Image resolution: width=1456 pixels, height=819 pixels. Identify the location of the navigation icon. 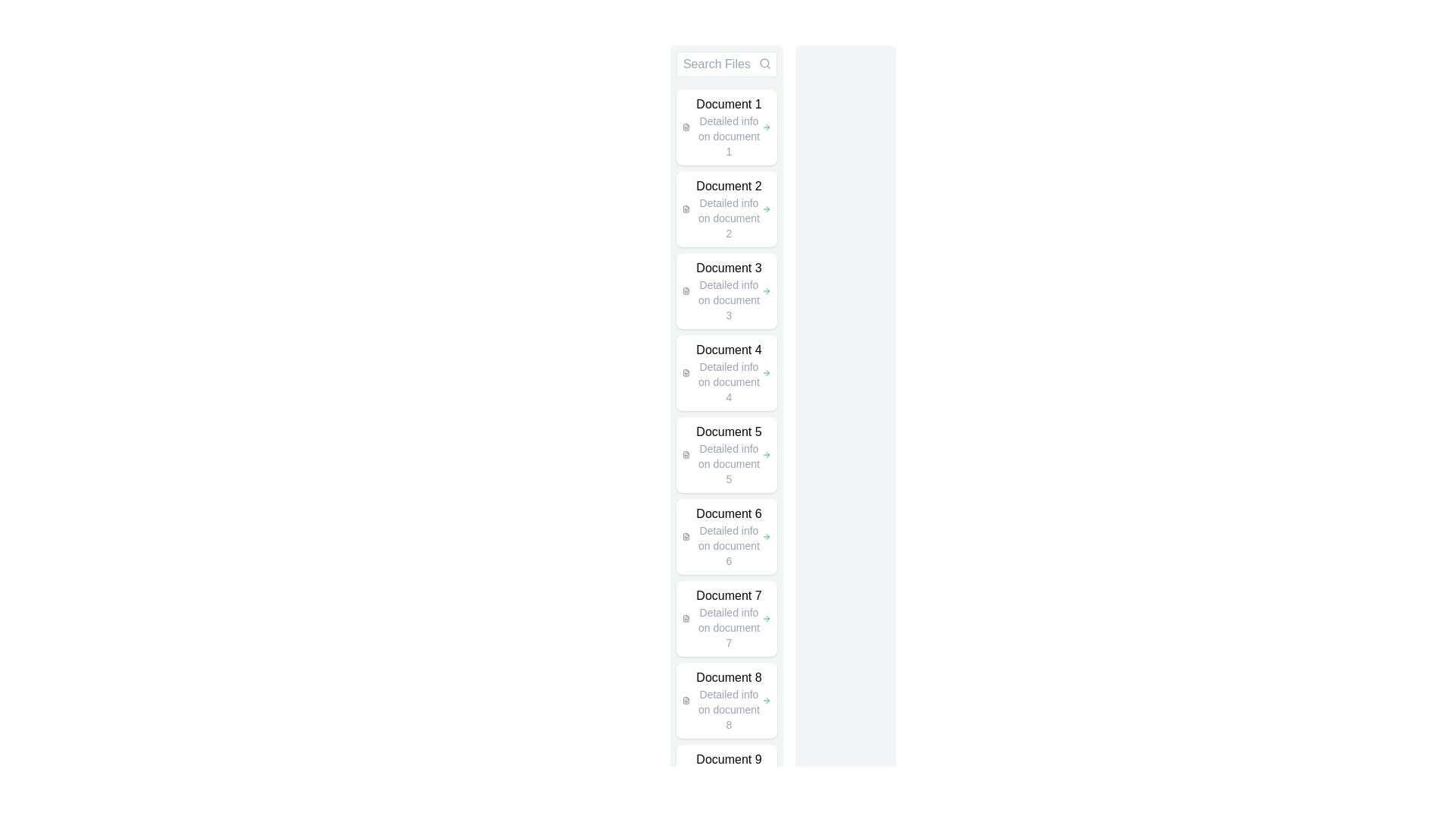
(767, 291).